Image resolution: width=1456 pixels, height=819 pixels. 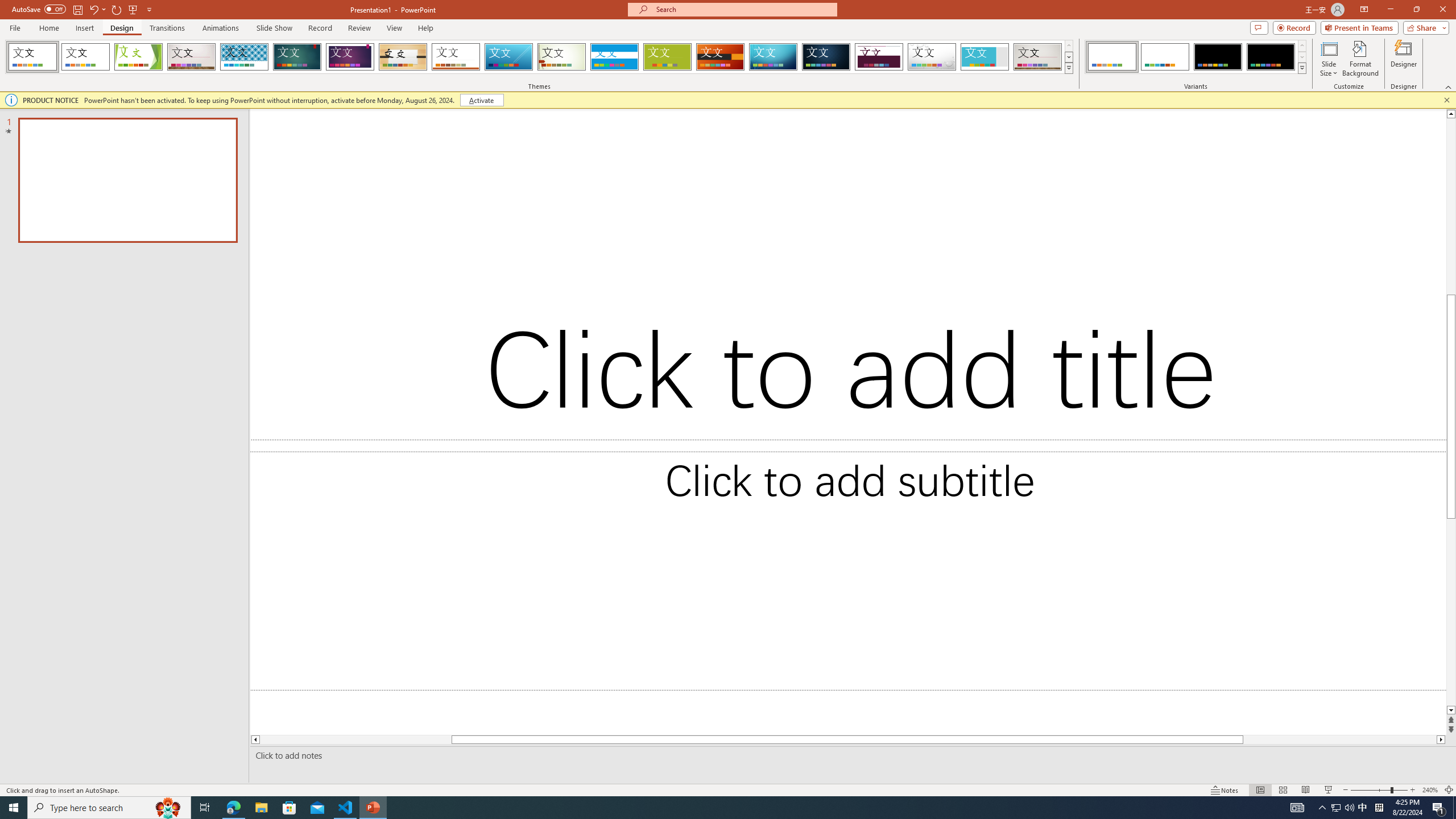 I want to click on 'Frame', so click(x=985, y=56).